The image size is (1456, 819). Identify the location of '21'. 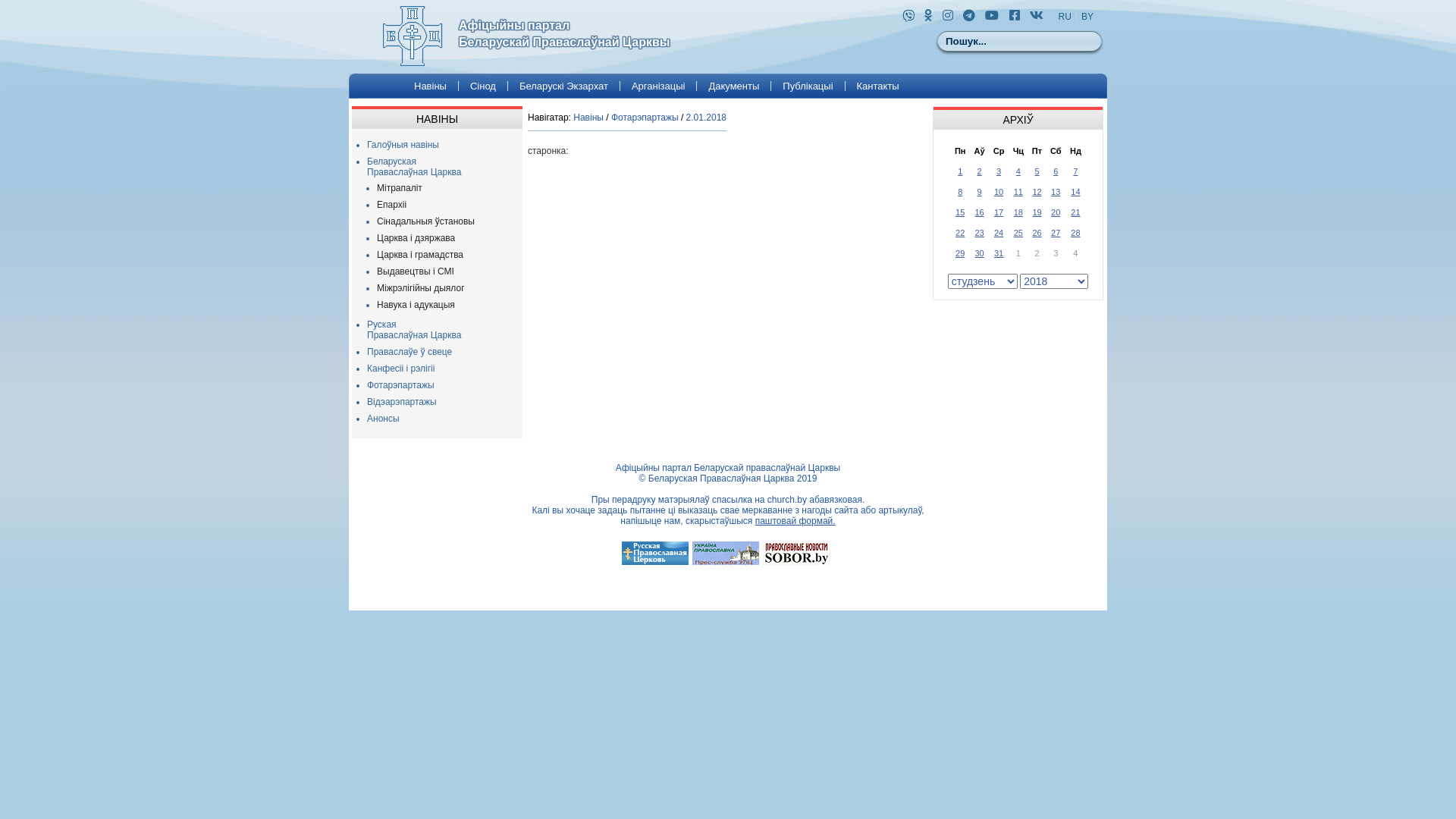
(1074, 212).